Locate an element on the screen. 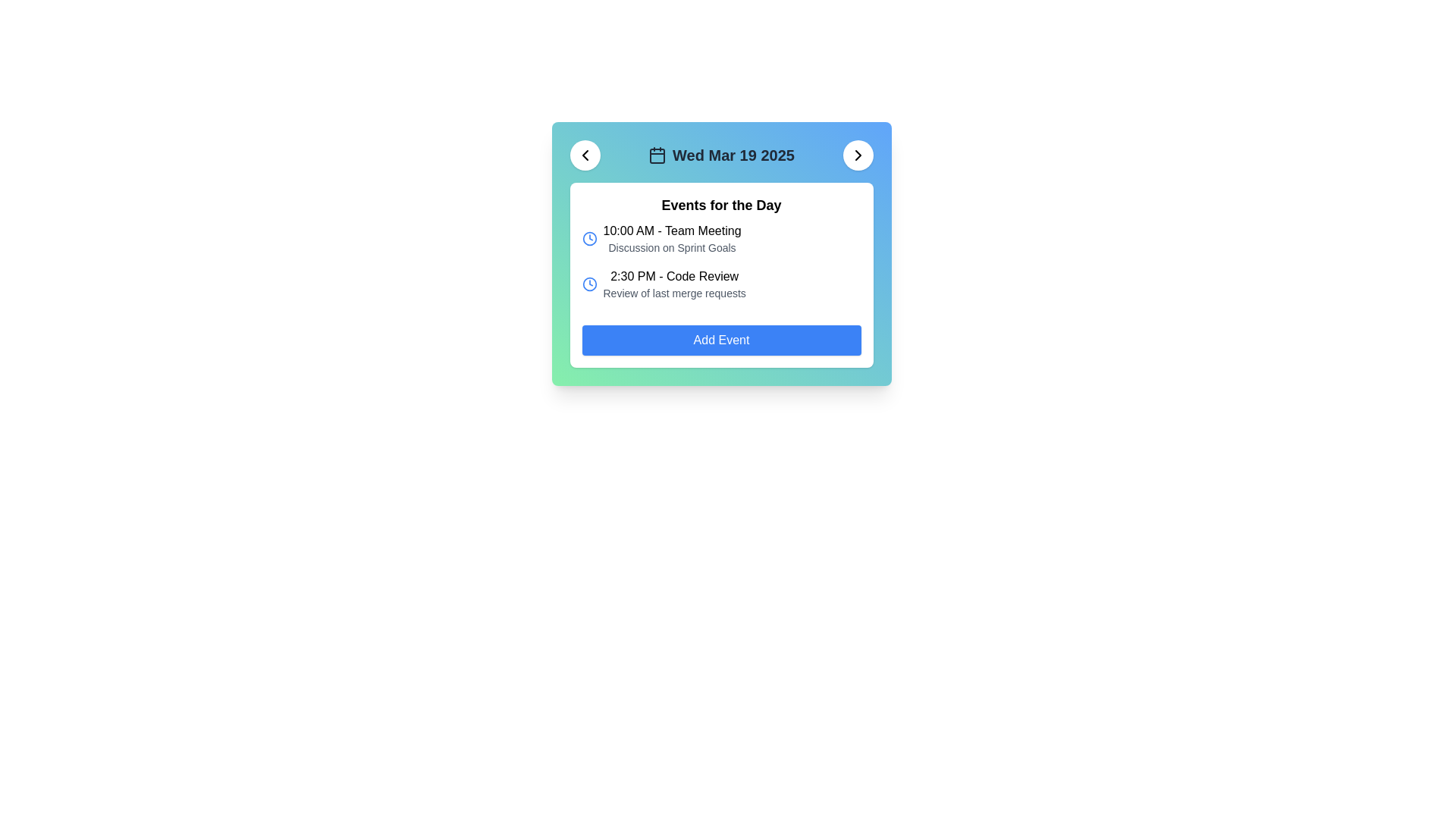 This screenshot has height=819, width=1456. the first list item displaying the time '10:00 AM' and the title 'Team Meeting' by moving the cursor to its center is located at coordinates (720, 239).